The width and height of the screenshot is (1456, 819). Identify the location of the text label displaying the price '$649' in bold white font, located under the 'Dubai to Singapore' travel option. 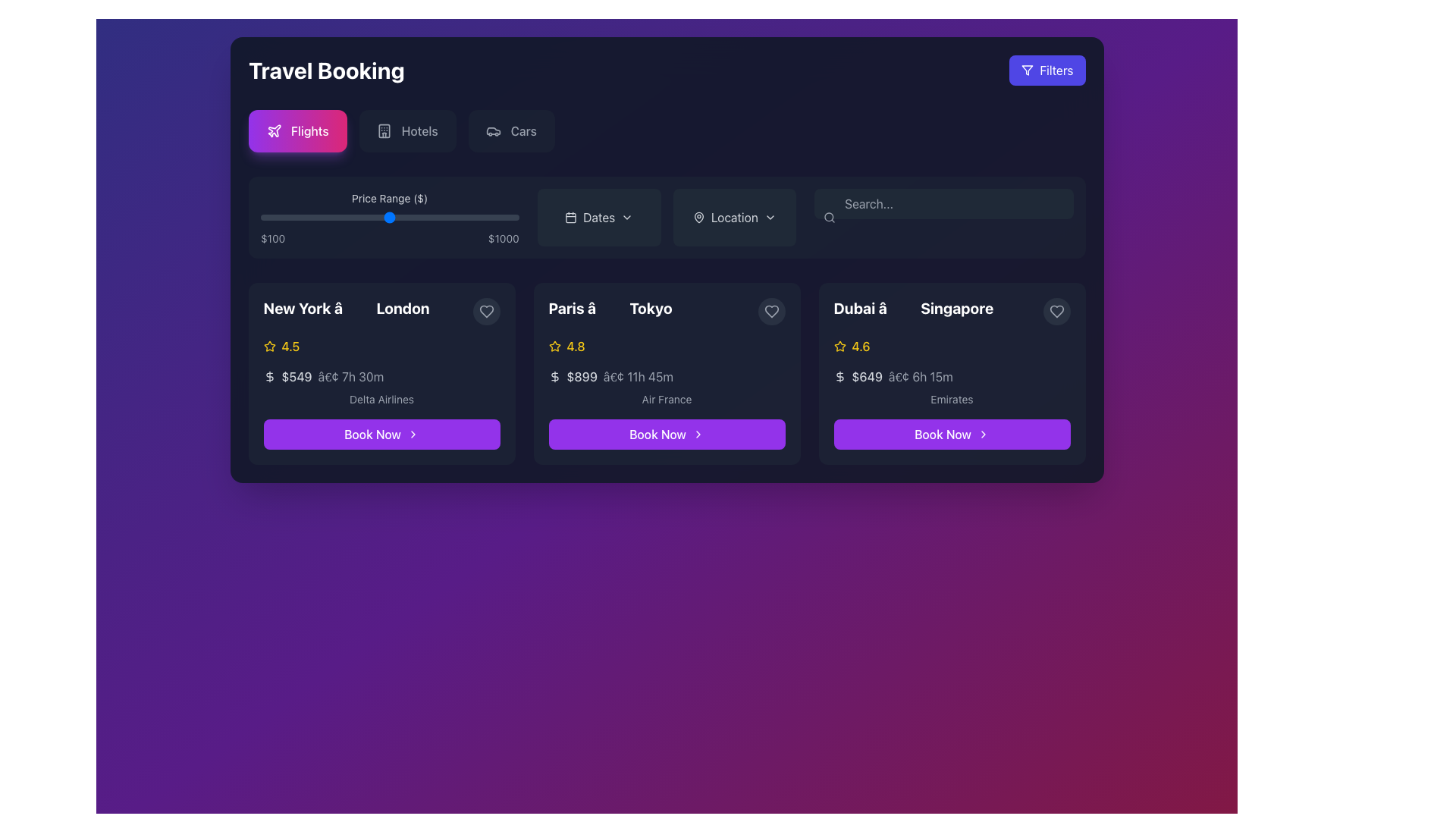
(867, 376).